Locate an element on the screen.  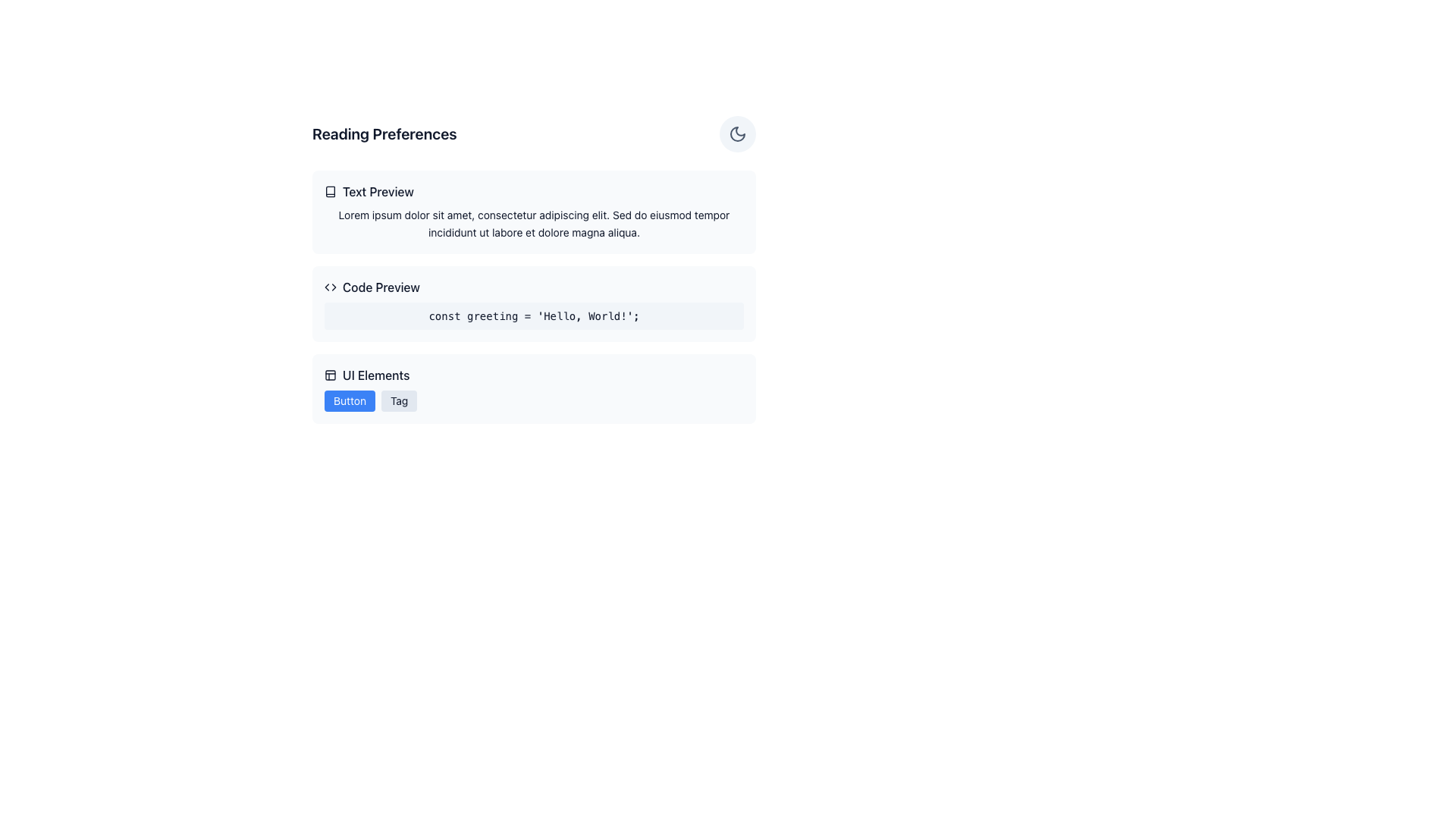
the Text block with code styling that displays the code snippet "const greeting = 'Hello, World!';" within the 'Code Preview' section is located at coordinates (534, 315).